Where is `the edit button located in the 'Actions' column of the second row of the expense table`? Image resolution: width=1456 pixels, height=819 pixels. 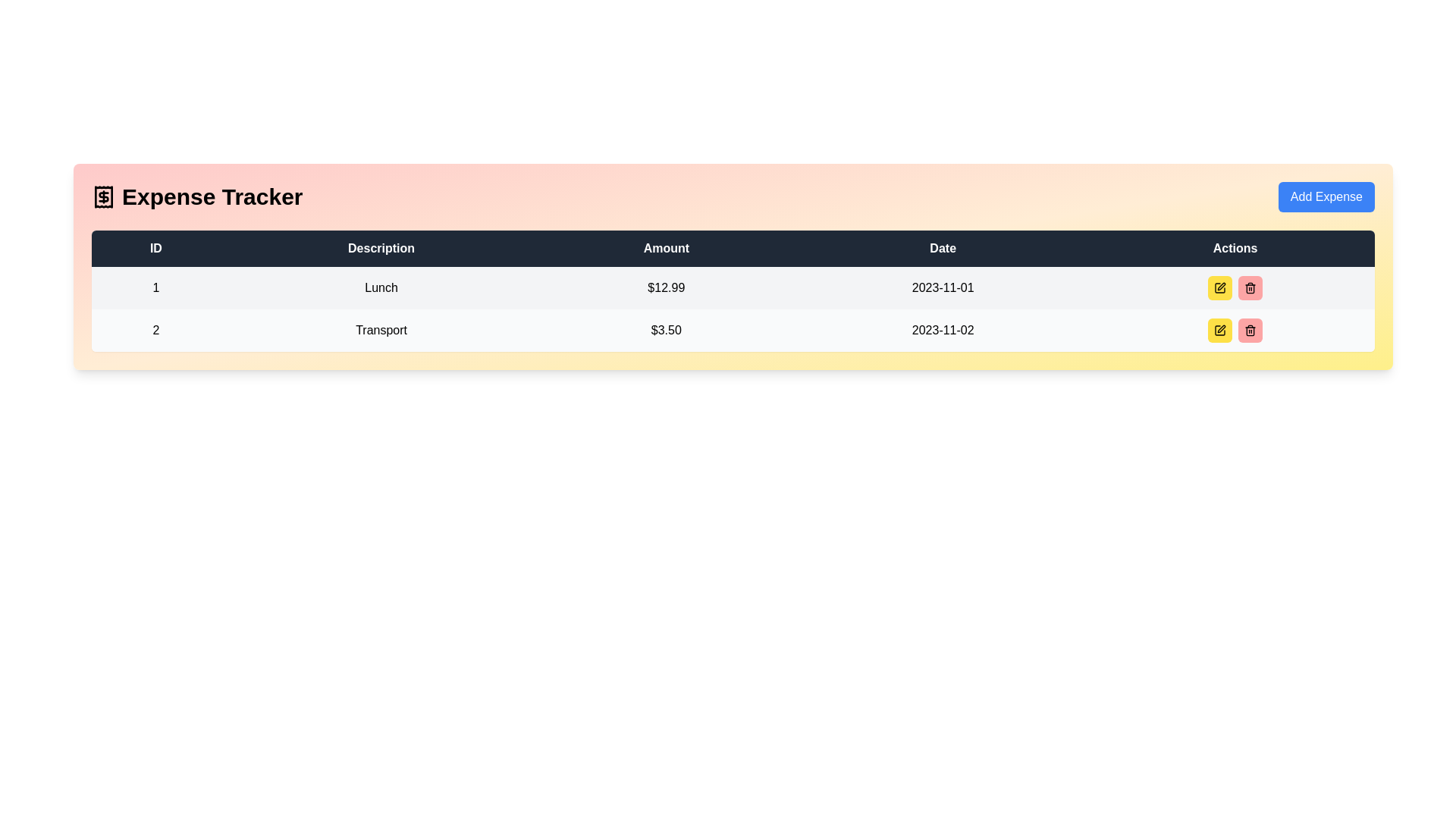
the edit button located in the 'Actions' column of the second row of the expense table is located at coordinates (1219, 329).